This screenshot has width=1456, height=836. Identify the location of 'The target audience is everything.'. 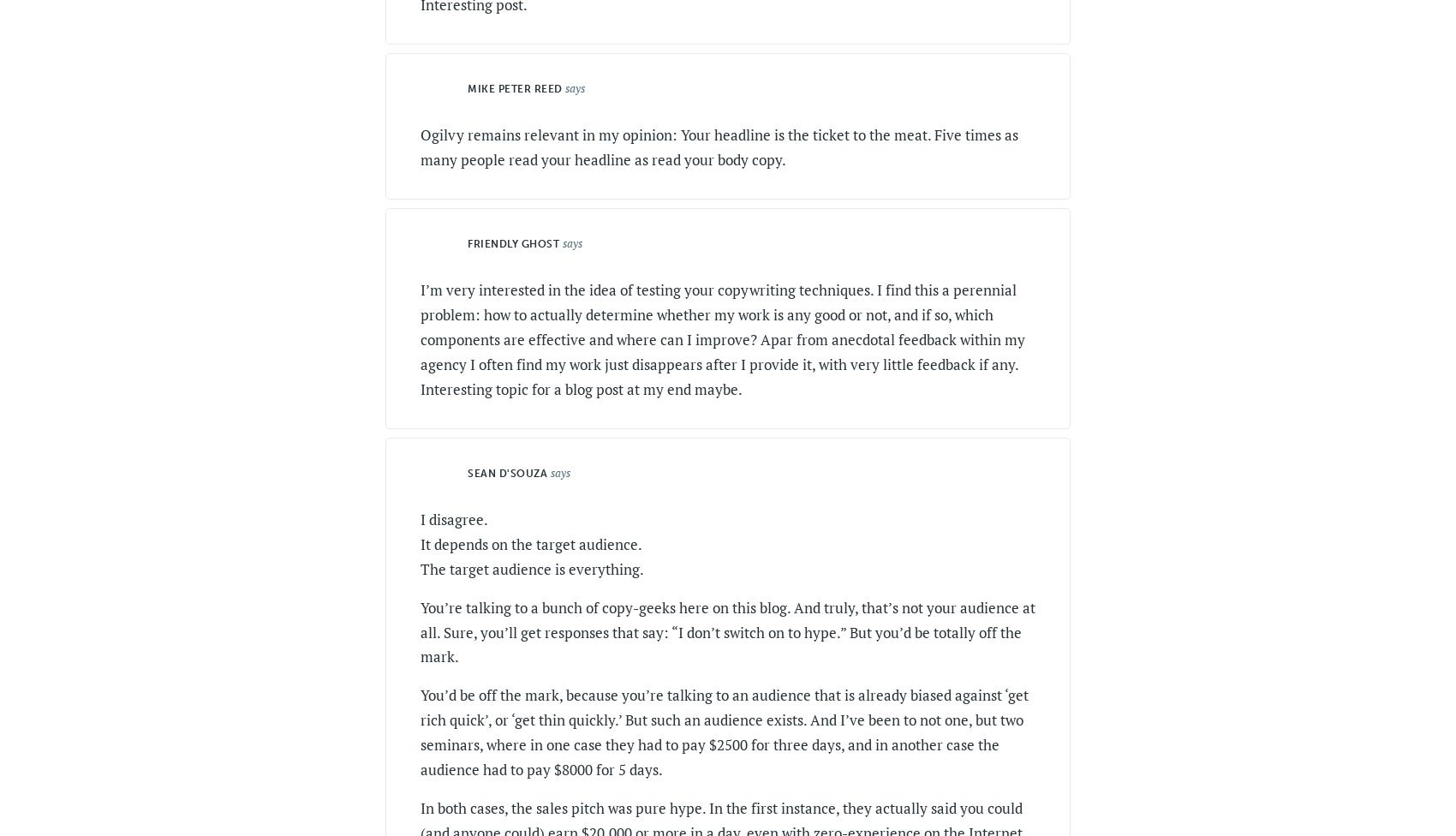
(420, 567).